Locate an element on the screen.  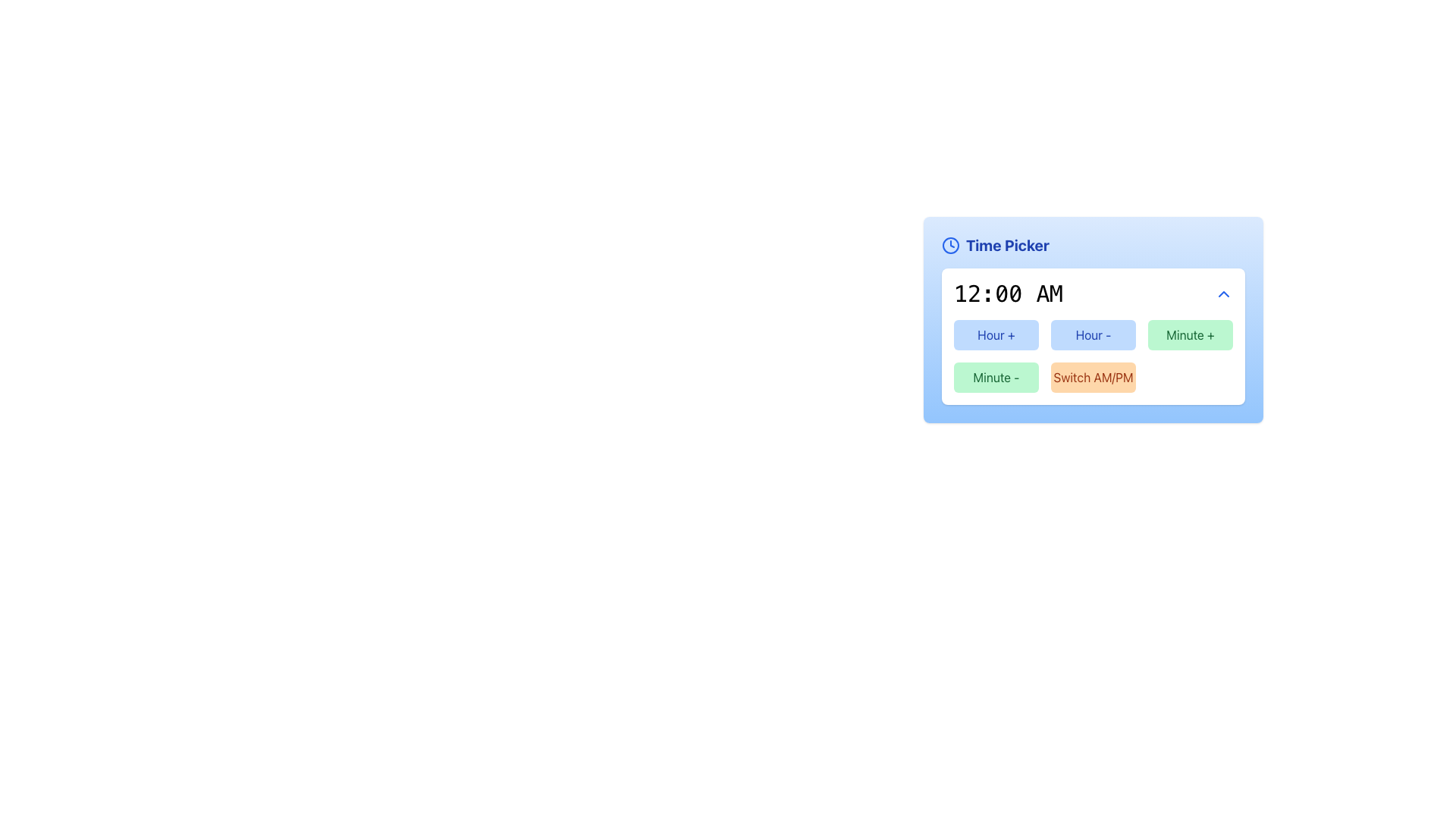
the AM/PM toggle button located in the second row and middle column of the button grid to switch between AM and PM states is located at coordinates (1093, 376).